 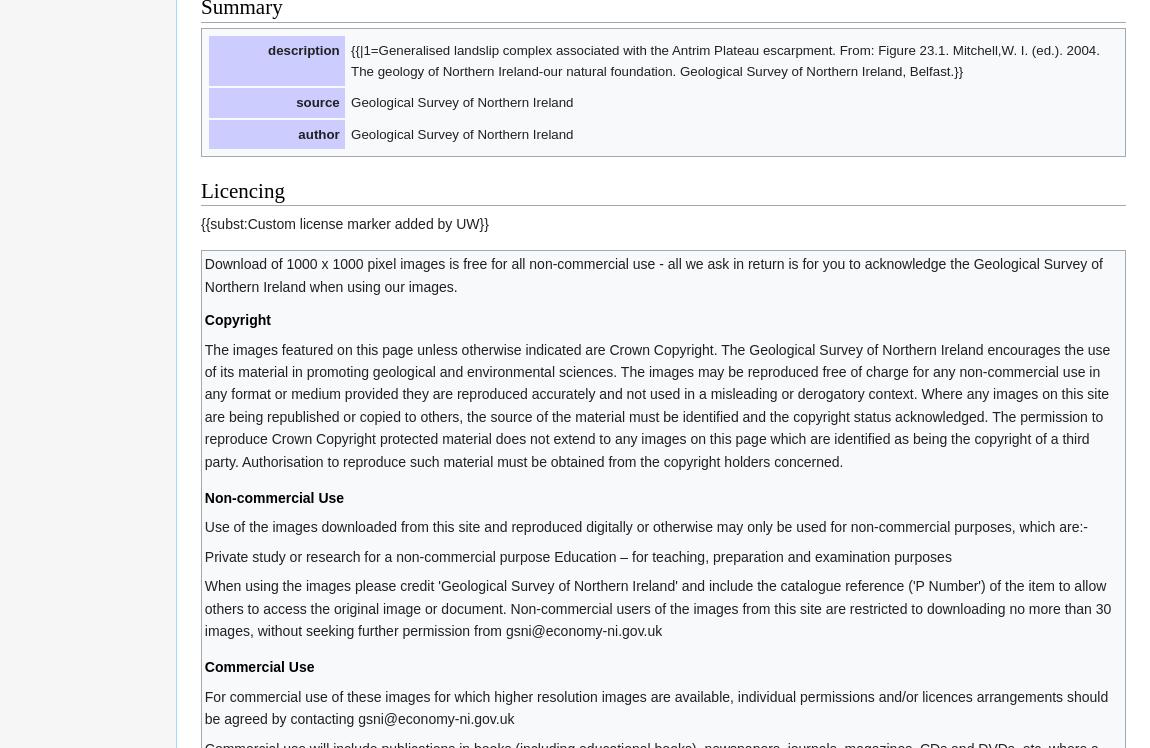 What do you see at coordinates (200, 224) in the screenshot?
I see `'{{subst:Custom license marker added by UW}}'` at bounding box center [200, 224].